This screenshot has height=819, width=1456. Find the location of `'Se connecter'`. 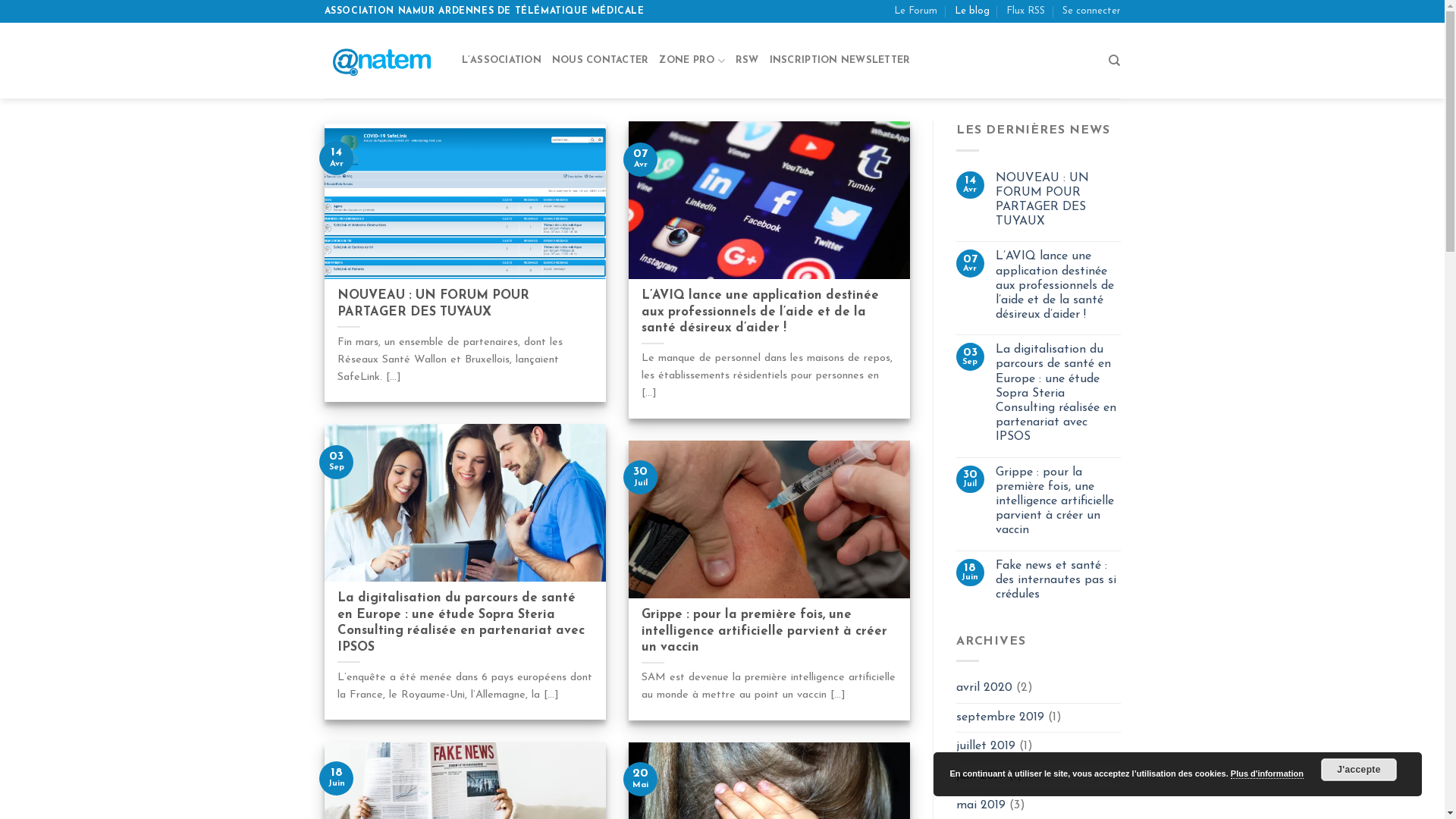

'Se connecter' is located at coordinates (1090, 11).